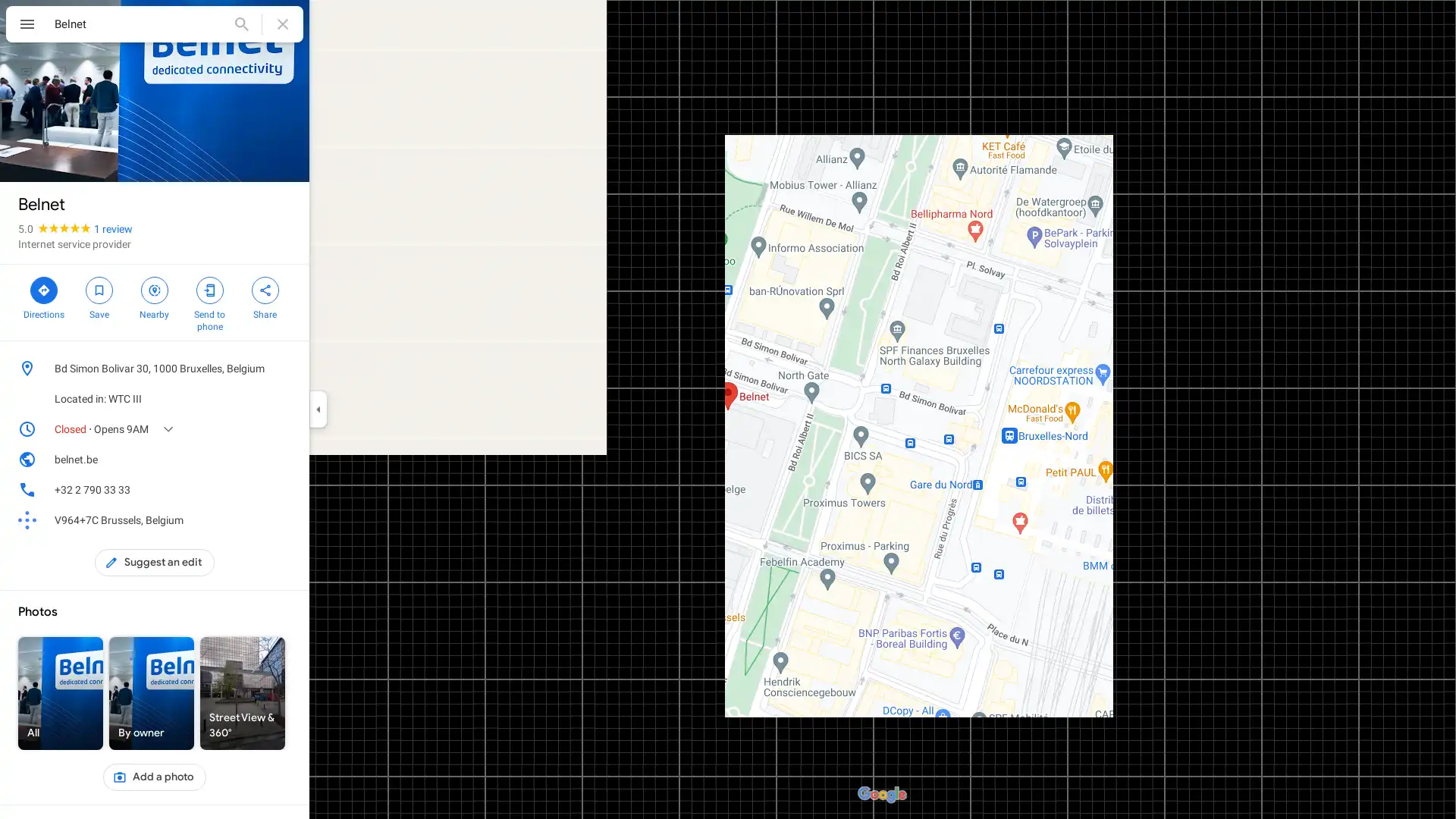 The height and width of the screenshot is (819, 1456). What do you see at coordinates (154, 777) in the screenshot?
I see `Add a photo` at bounding box center [154, 777].